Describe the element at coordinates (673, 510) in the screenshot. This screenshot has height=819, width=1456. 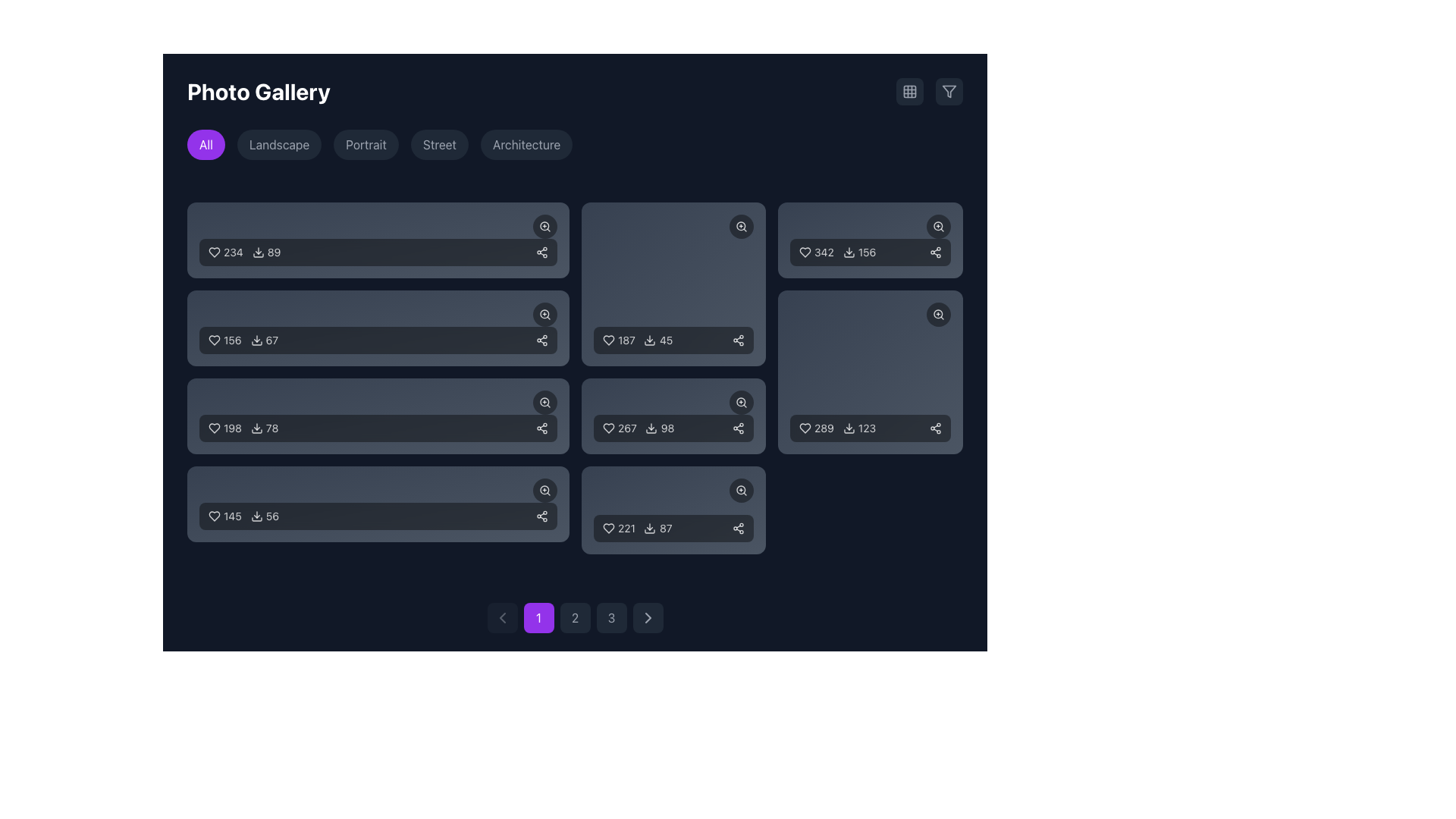
I see `the like or download icons on the interactive card located in the last row and third column of the grid layout to interact with the respective counters` at that location.